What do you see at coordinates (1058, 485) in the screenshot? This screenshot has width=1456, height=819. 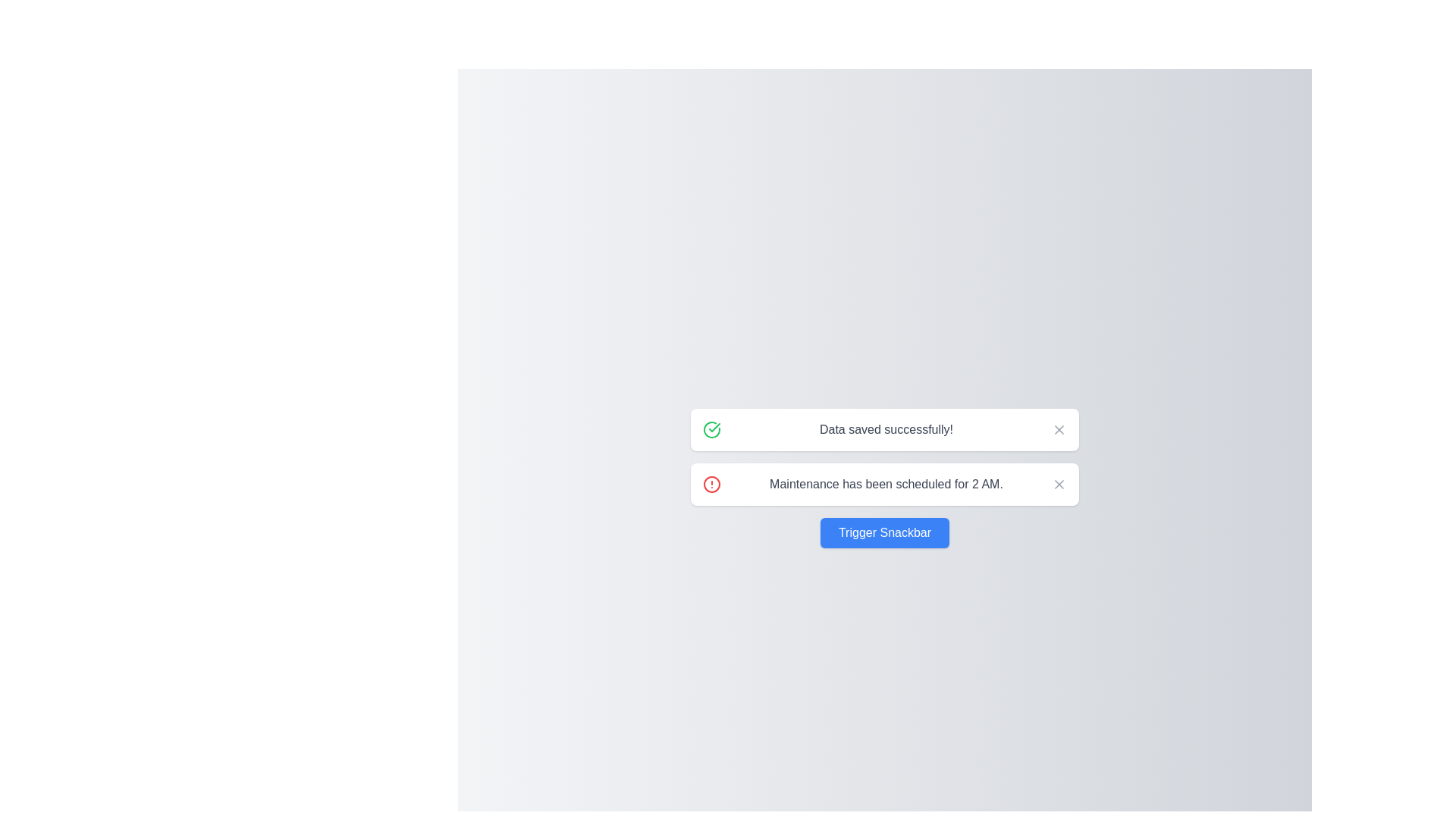 I see `the close button of the snackbar with message 'Maintenance has been scheduled for 2 AM.'` at bounding box center [1058, 485].